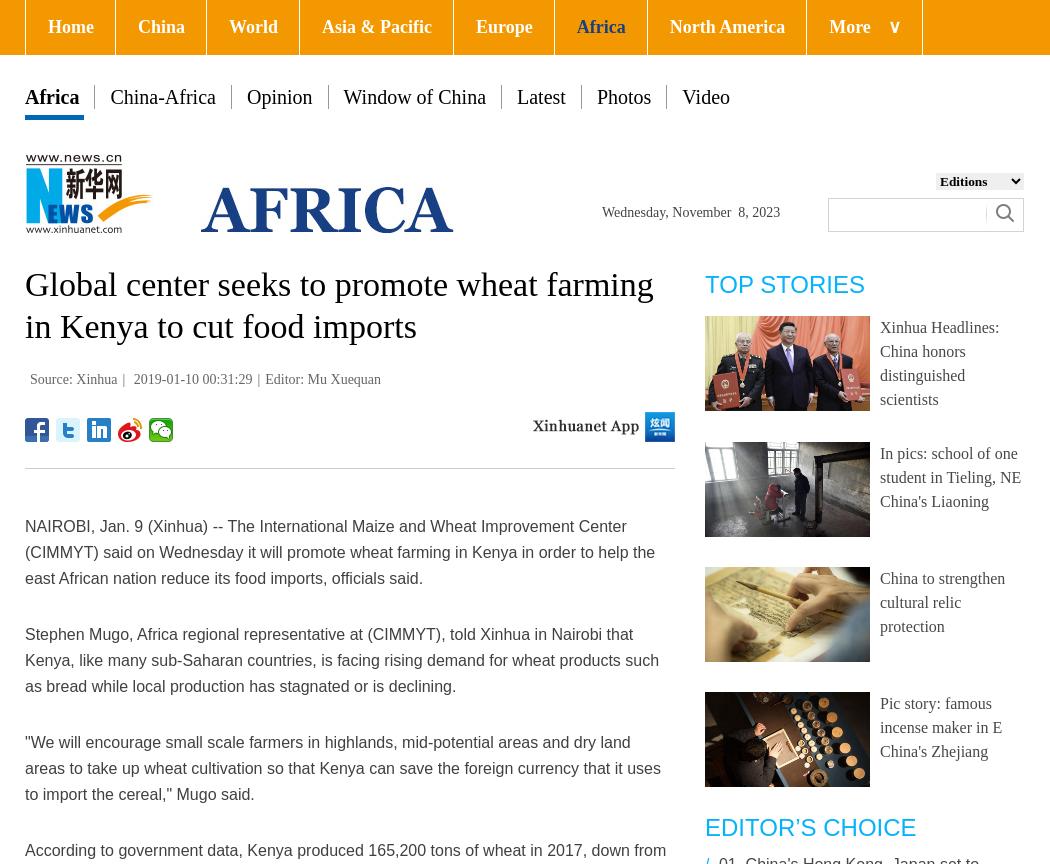  What do you see at coordinates (503, 26) in the screenshot?
I see `'Europe'` at bounding box center [503, 26].